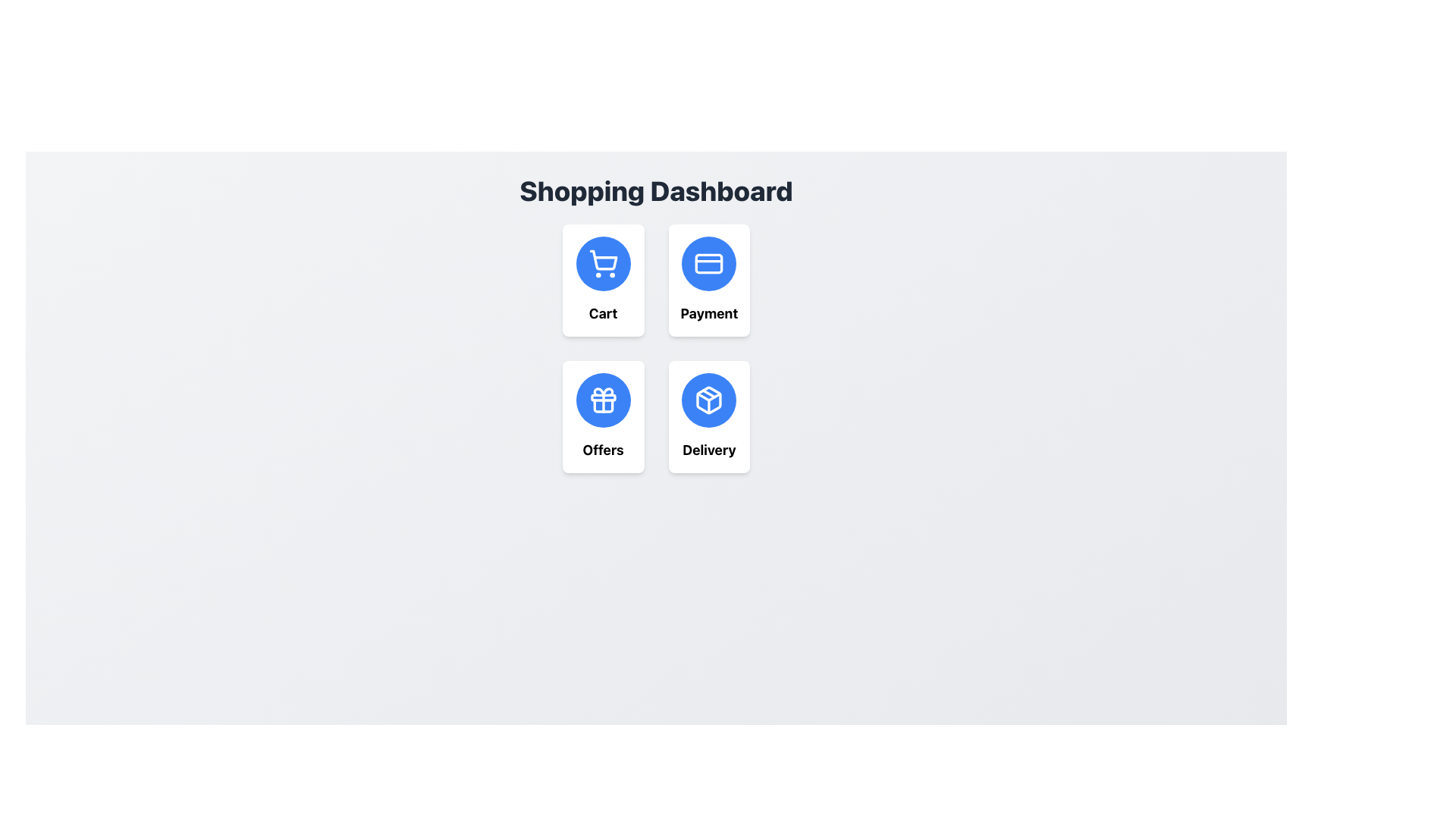 The image size is (1456, 819). I want to click on the text label identifying the 'Delivery' section located at the bottom-right of the grid of cards, so click(708, 450).